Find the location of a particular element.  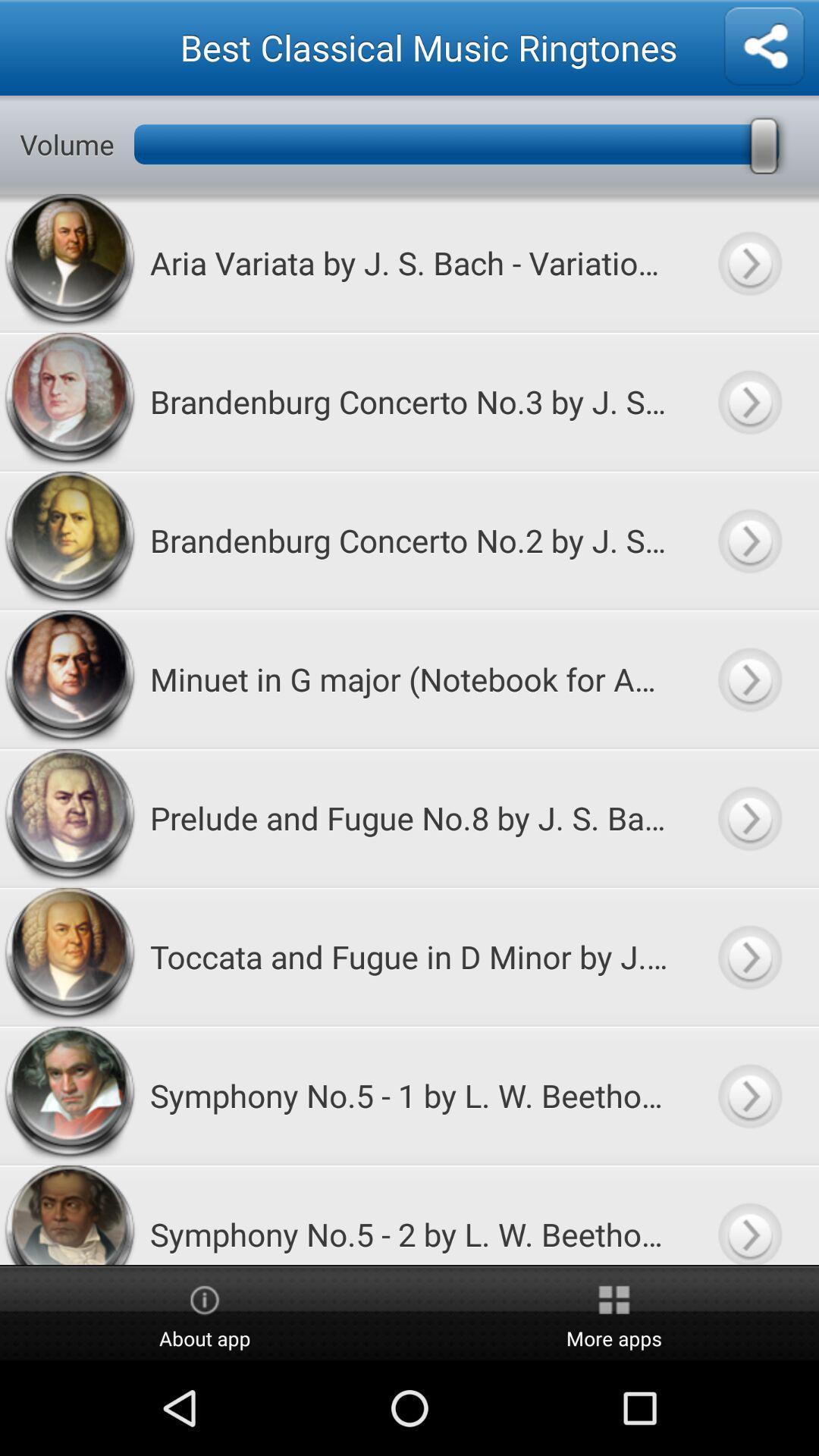

listen to audio is located at coordinates (748, 1215).